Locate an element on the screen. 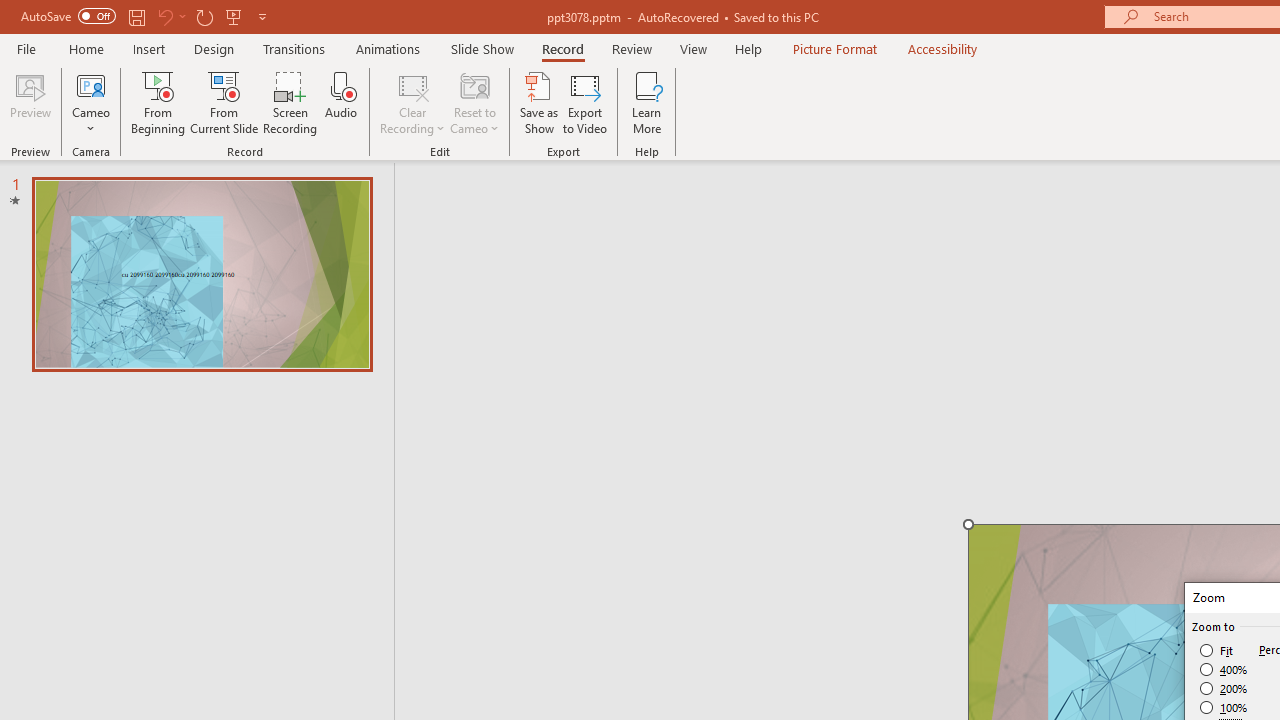 This screenshot has height=720, width=1280. 'Cameo' is located at coordinates (90, 103).